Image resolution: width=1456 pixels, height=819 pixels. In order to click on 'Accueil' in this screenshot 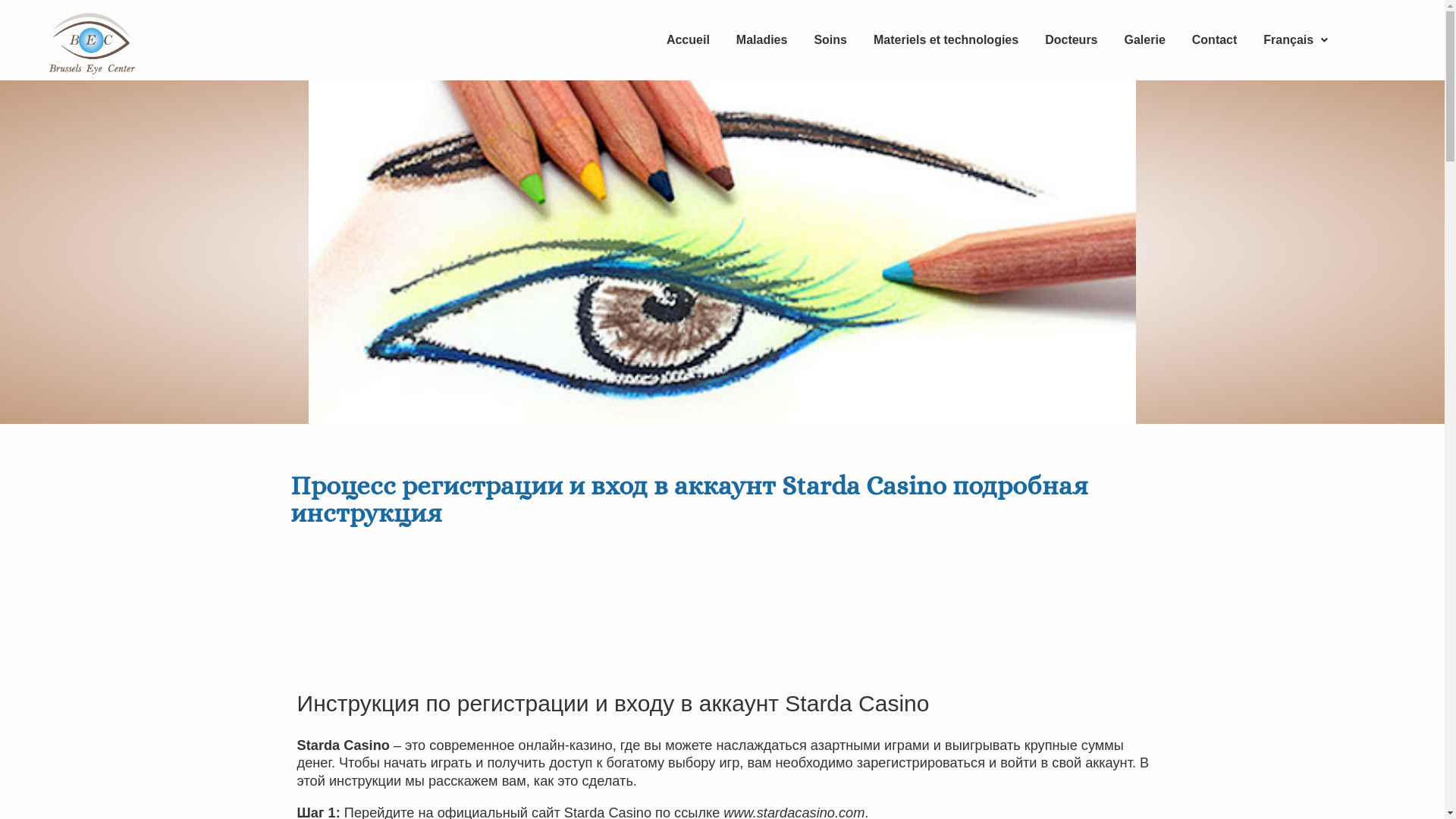, I will do `click(687, 39)`.